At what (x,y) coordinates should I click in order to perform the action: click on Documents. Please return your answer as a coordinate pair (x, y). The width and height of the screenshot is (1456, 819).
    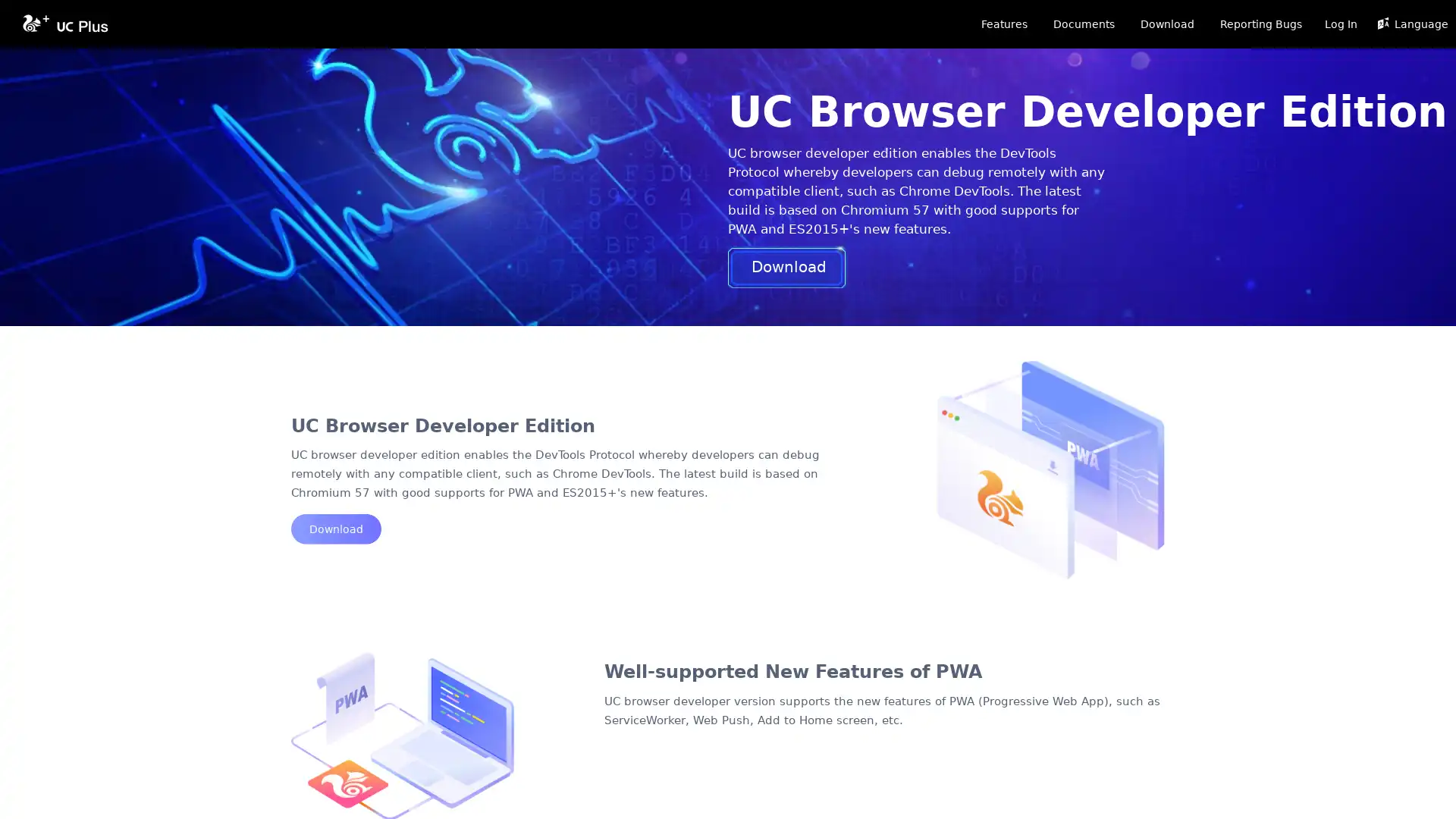
    Looking at the image, I should click on (1083, 24).